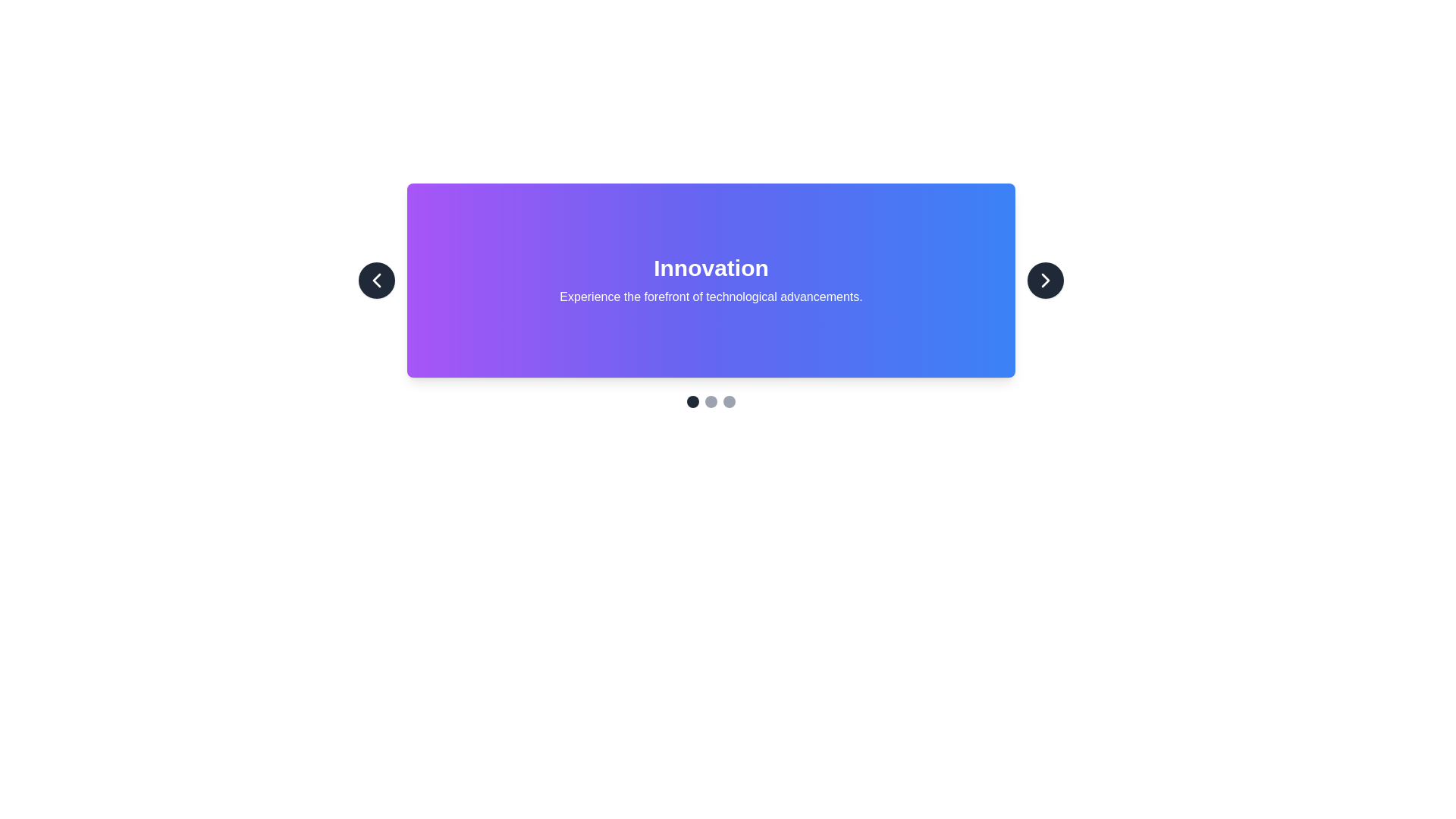 The height and width of the screenshot is (819, 1456). I want to click on the Feature highlight section displaying 'Innovation' and its subtext 'Experience the forefront of technological advancements.', so click(710, 281).